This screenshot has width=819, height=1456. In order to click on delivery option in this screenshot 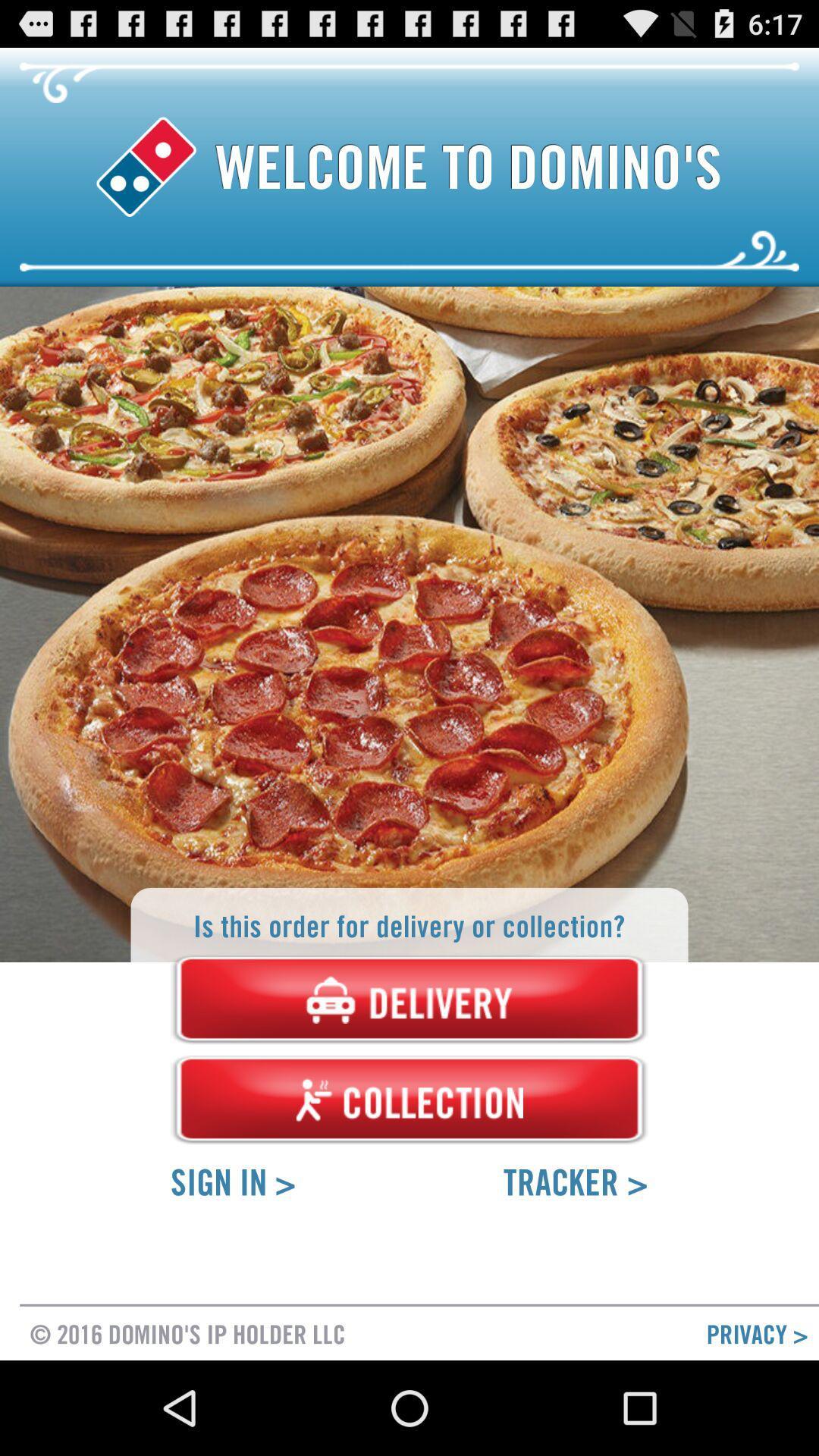, I will do `click(409, 999)`.